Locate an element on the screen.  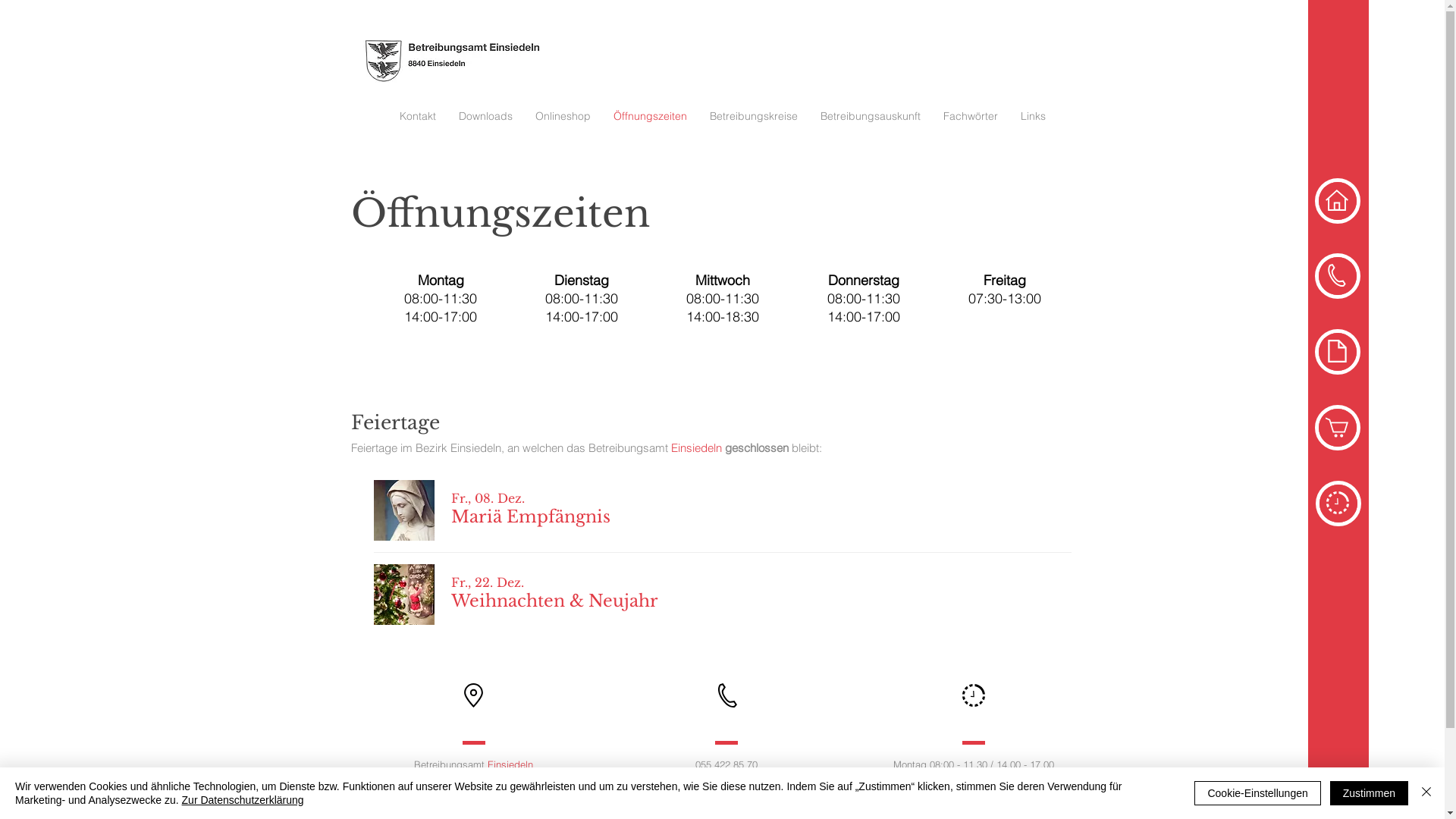
'Kontakt' is located at coordinates (418, 115).